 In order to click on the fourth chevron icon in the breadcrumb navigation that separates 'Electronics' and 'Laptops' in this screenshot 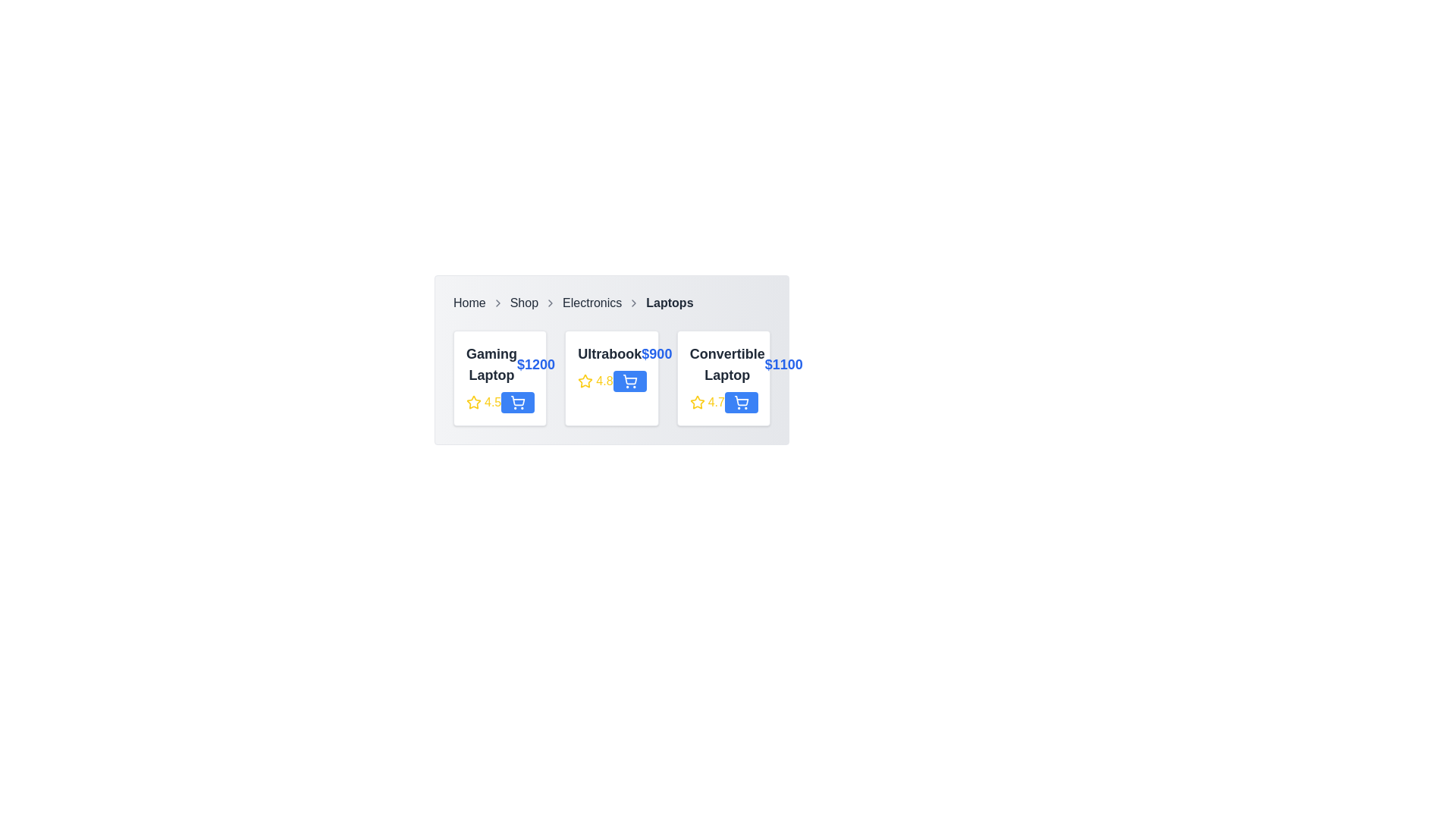, I will do `click(634, 303)`.